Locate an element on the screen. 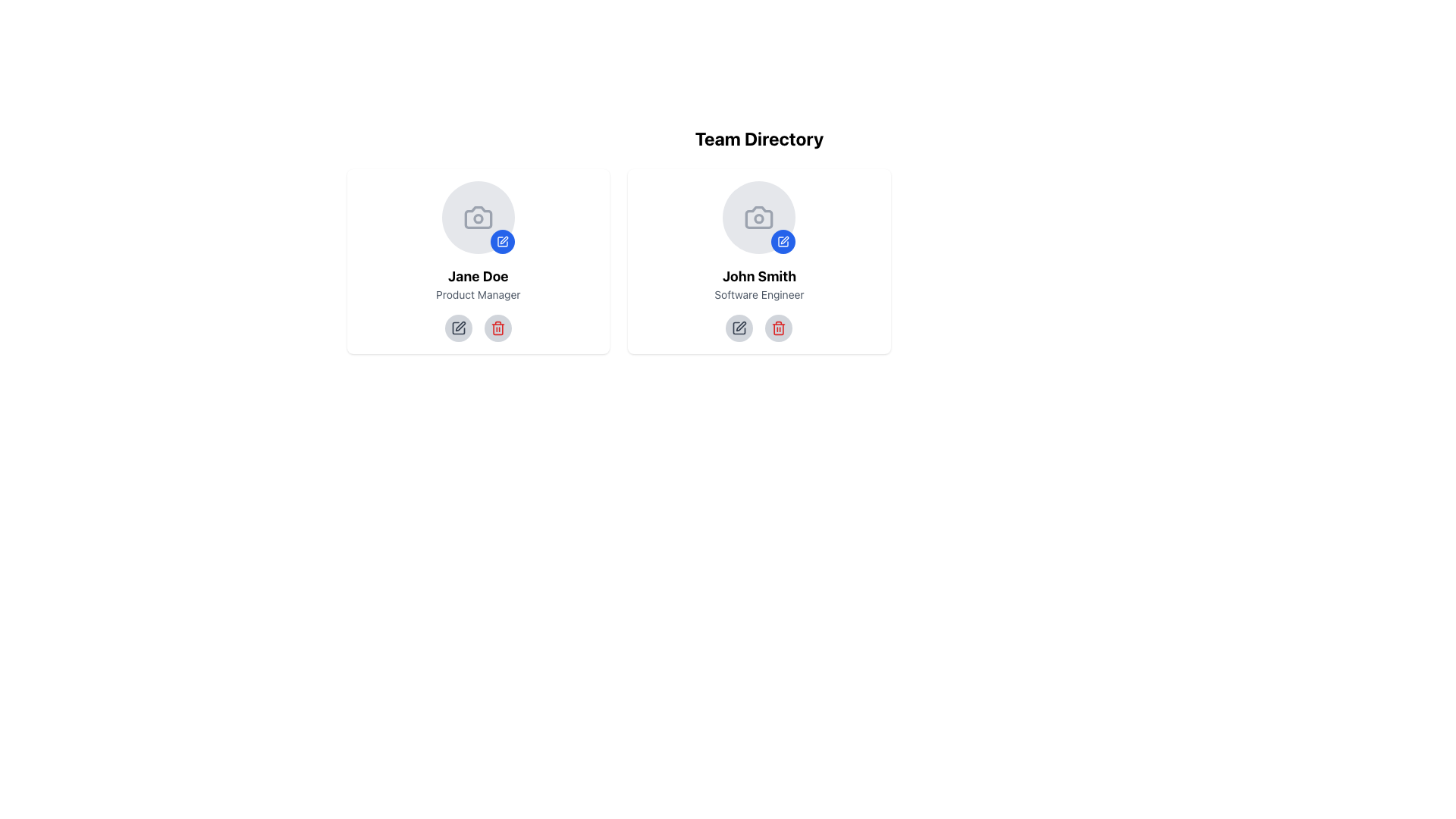  the text label displaying the name 'John Smith', which is styled in bold and positioned on the user profile card, located below the profile image and above the job title is located at coordinates (759, 277).